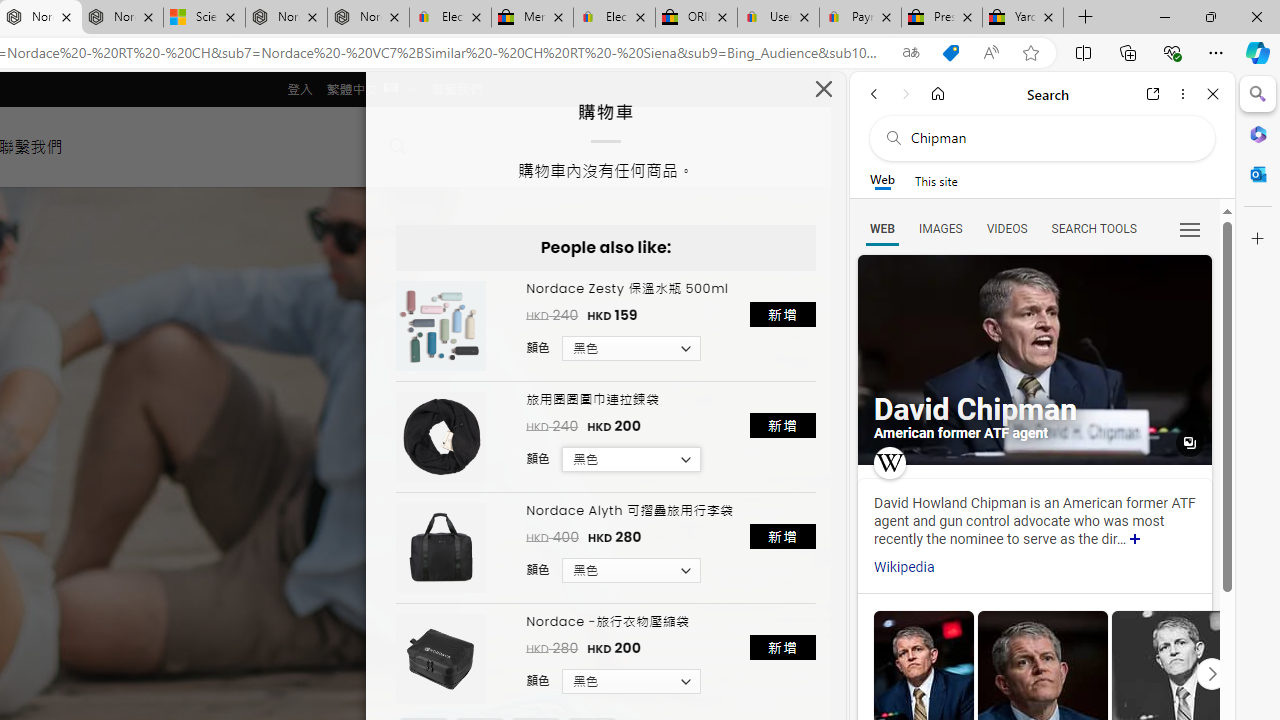 This screenshot has width=1280, height=720. I want to click on 'Home', so click(937, 93).